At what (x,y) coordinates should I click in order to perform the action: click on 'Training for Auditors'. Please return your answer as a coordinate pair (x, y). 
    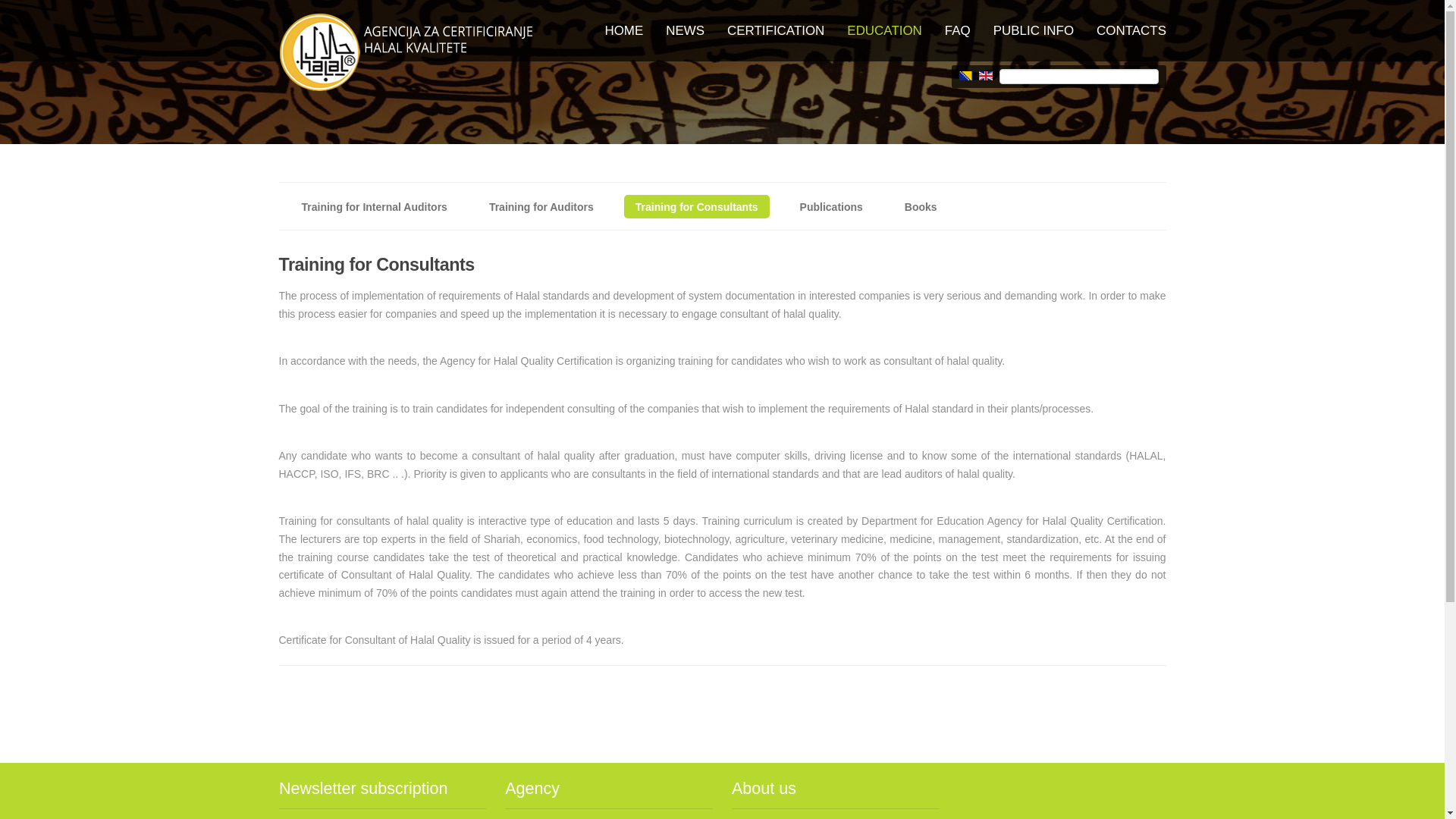
    Looking at the image, I should click on (476, 206).